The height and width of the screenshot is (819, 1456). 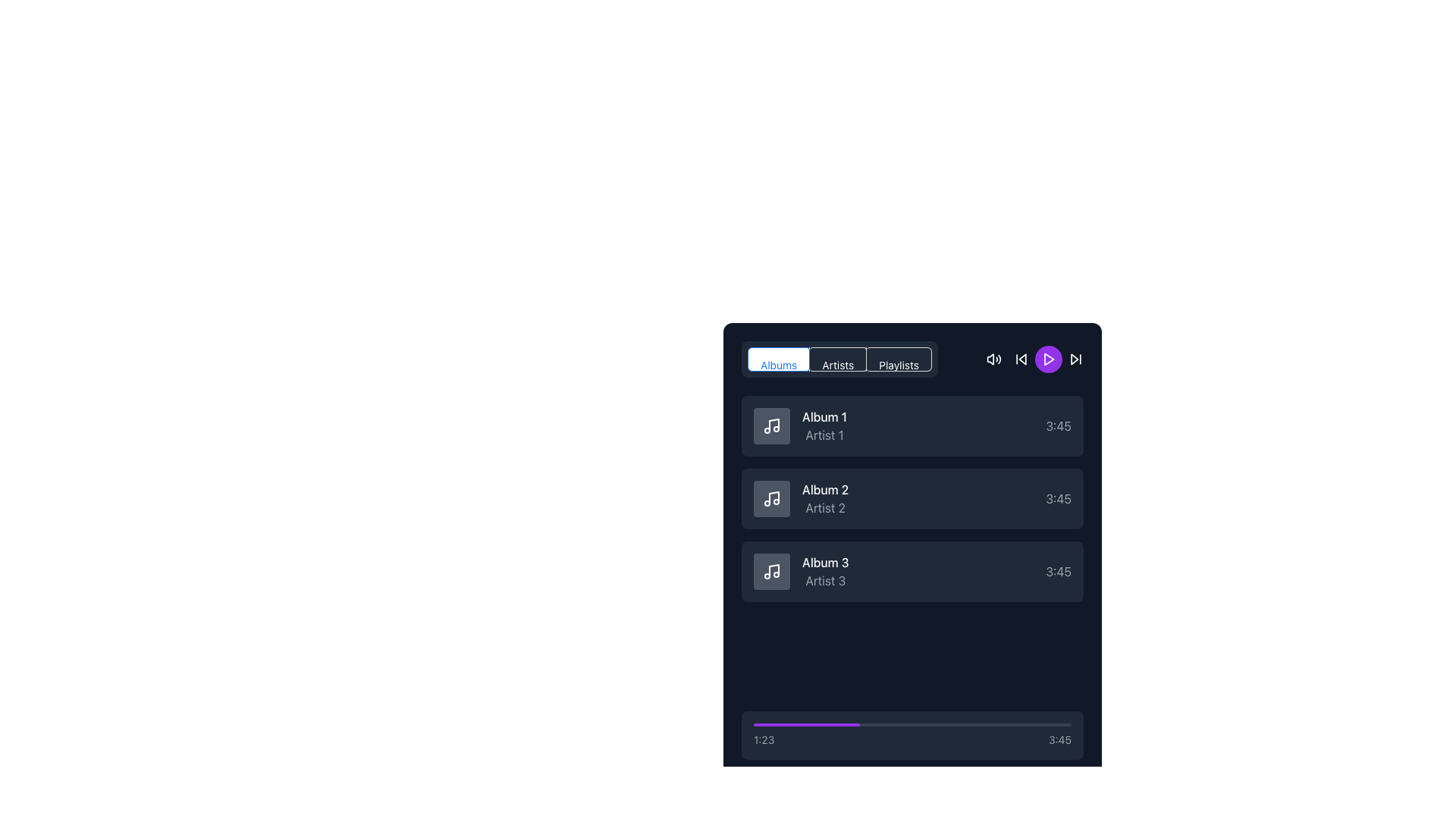 What do you see at coordinates (978, 724) in the screenshot?
I see `playback position` at bounding box center [978, 724].